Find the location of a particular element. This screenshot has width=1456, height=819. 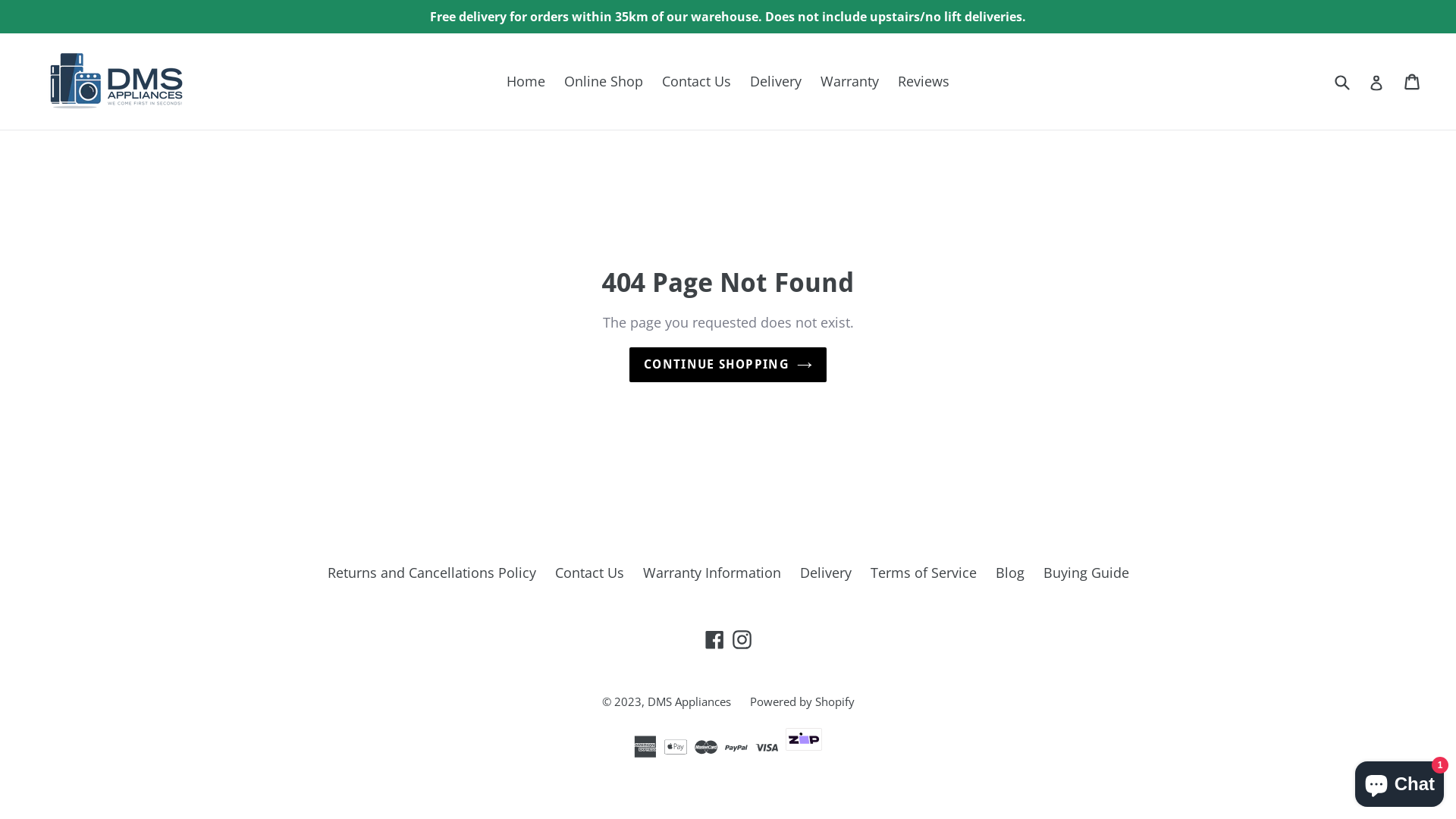

'Warranty Information' is located at coordinates (643, 573).